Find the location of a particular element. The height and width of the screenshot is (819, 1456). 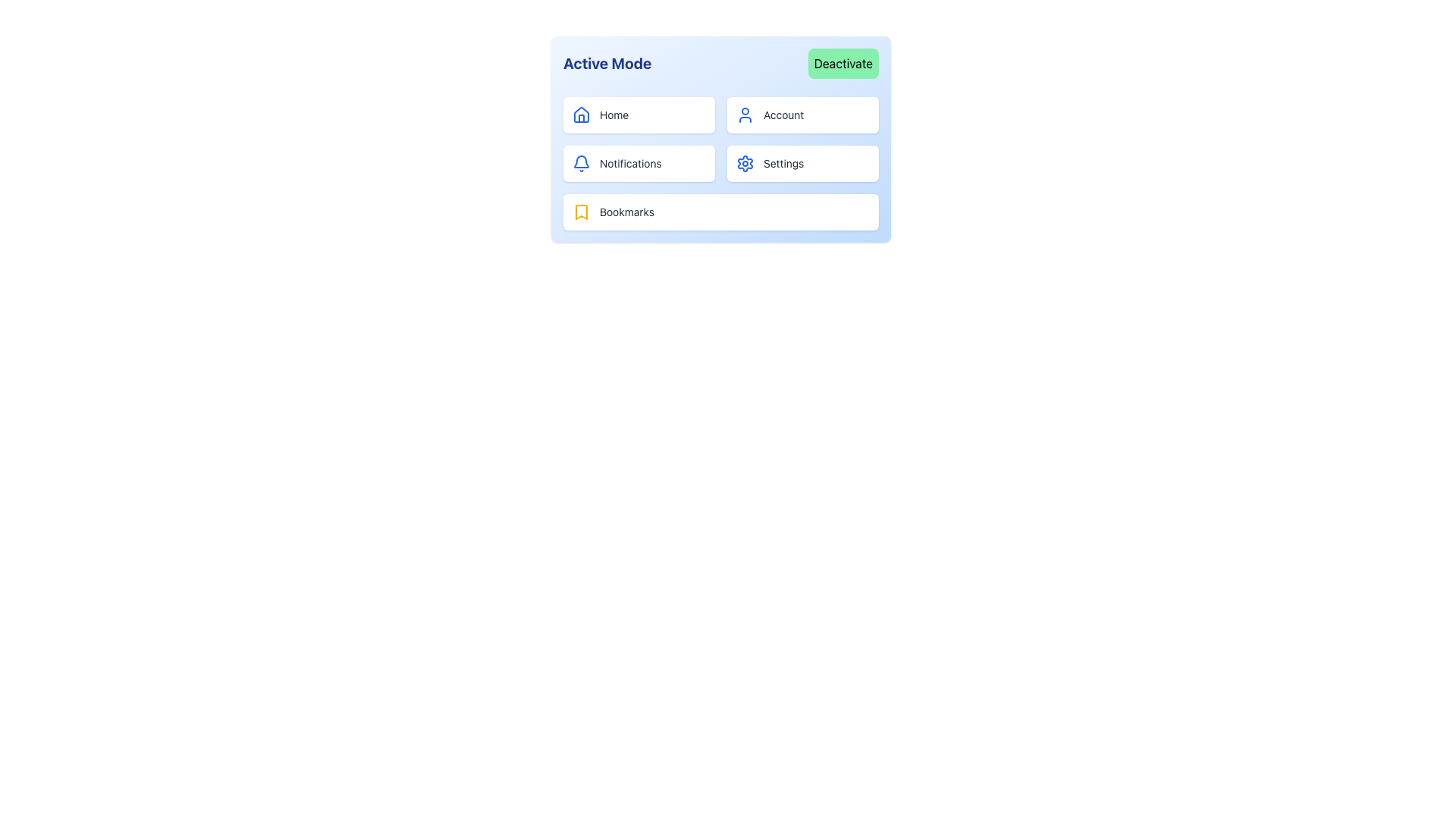

the Text Label that identifies the Account-related actions, located to the right of the user icon in the Active Mode section is located at coordinates (783, 114).